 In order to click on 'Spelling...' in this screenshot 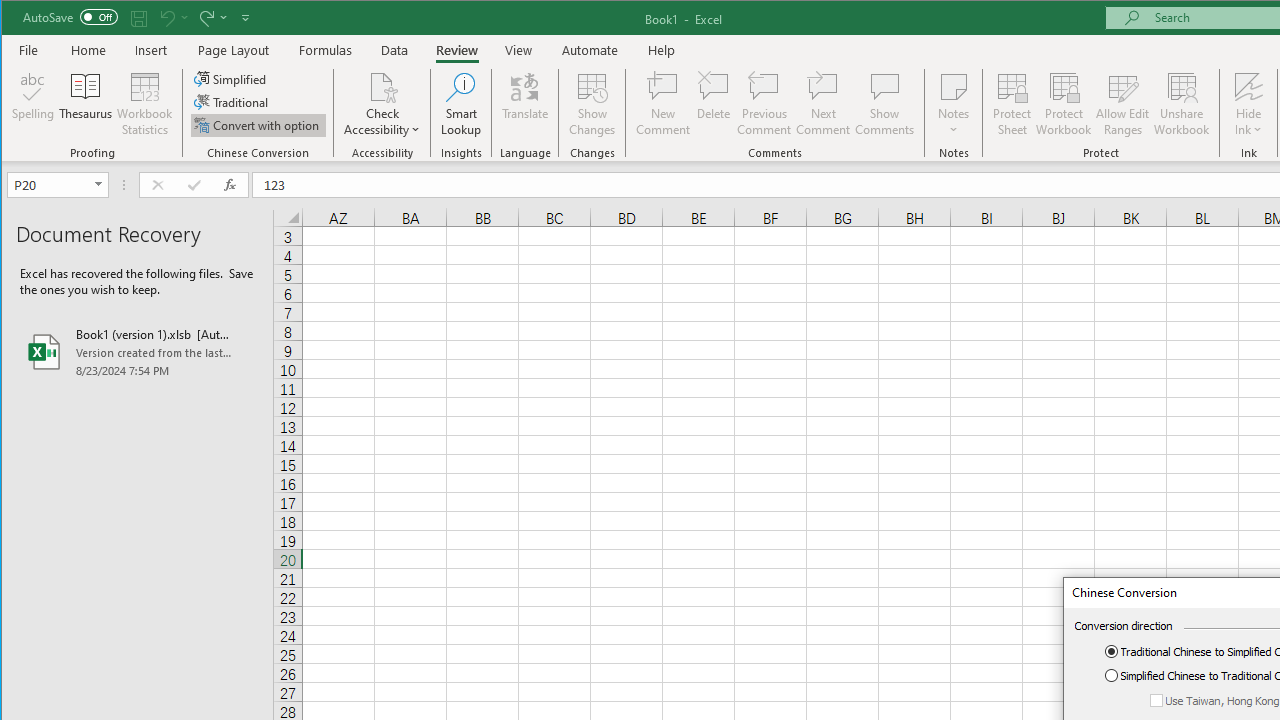, I will do `click(33, 104)`.